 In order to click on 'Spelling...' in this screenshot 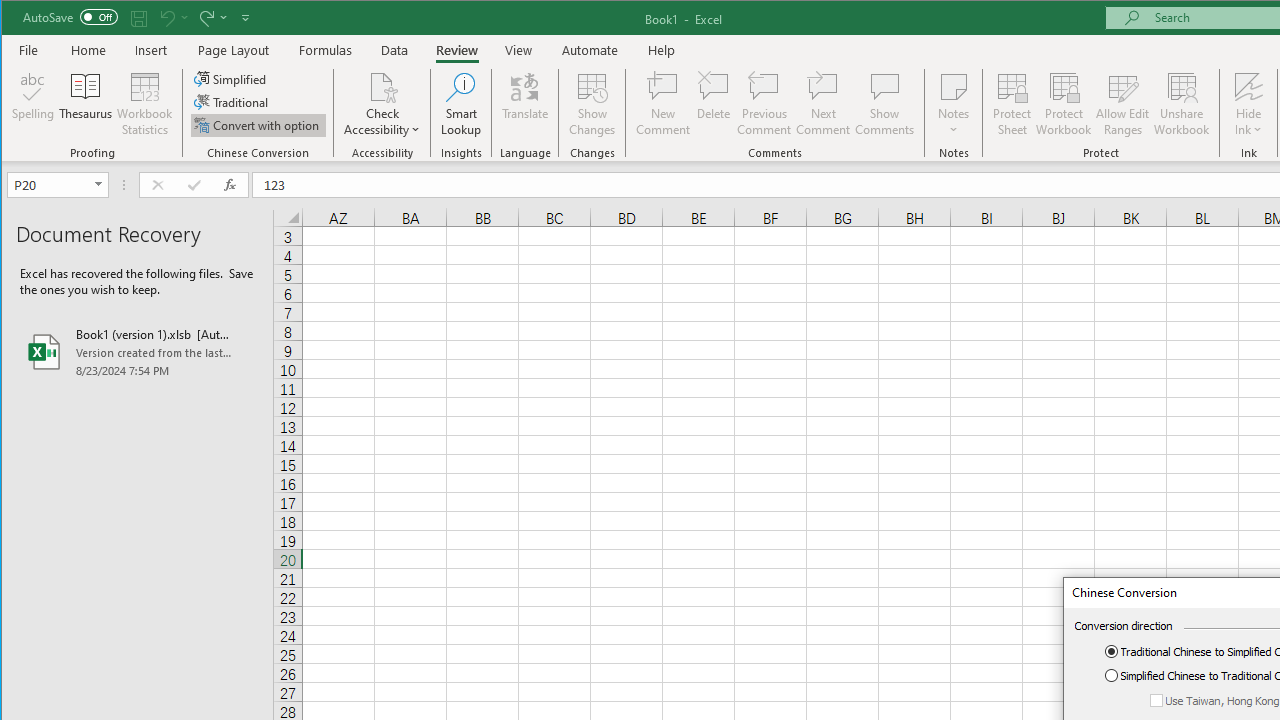, I will do `click(33, 104)`.